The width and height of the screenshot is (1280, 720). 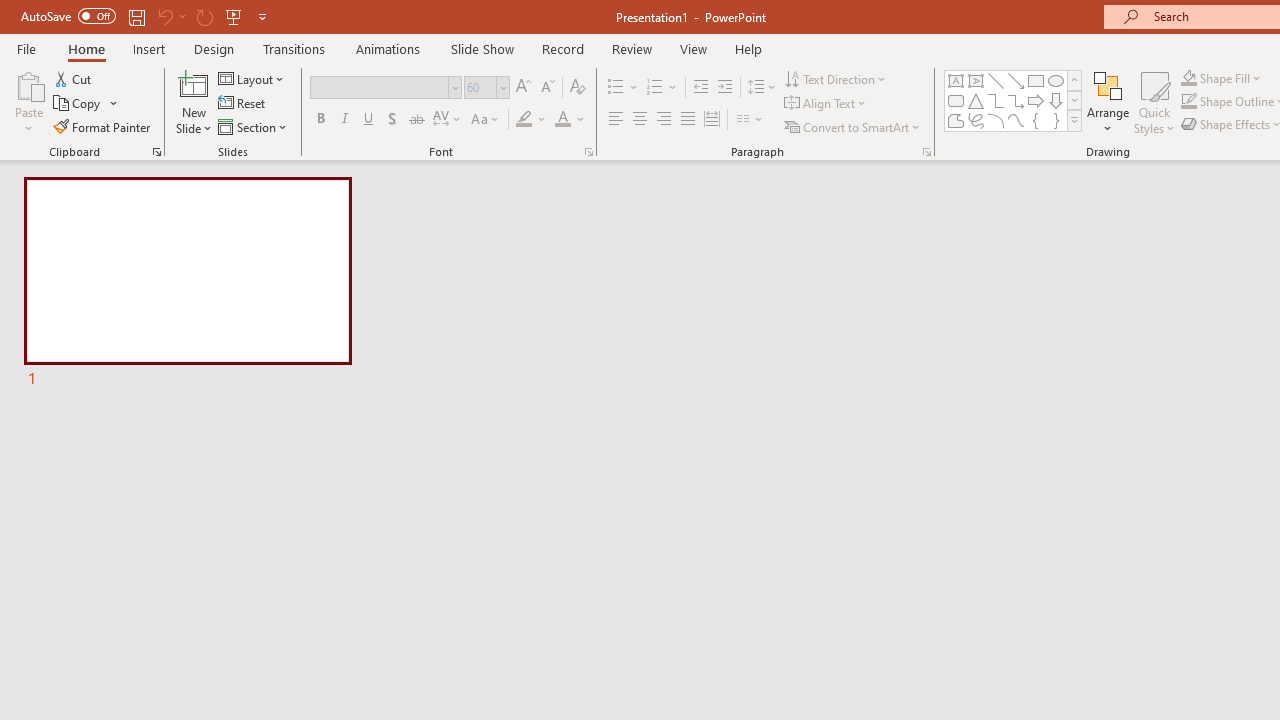 I want to click on 'Increase Indent', so click(x=724, y=86).